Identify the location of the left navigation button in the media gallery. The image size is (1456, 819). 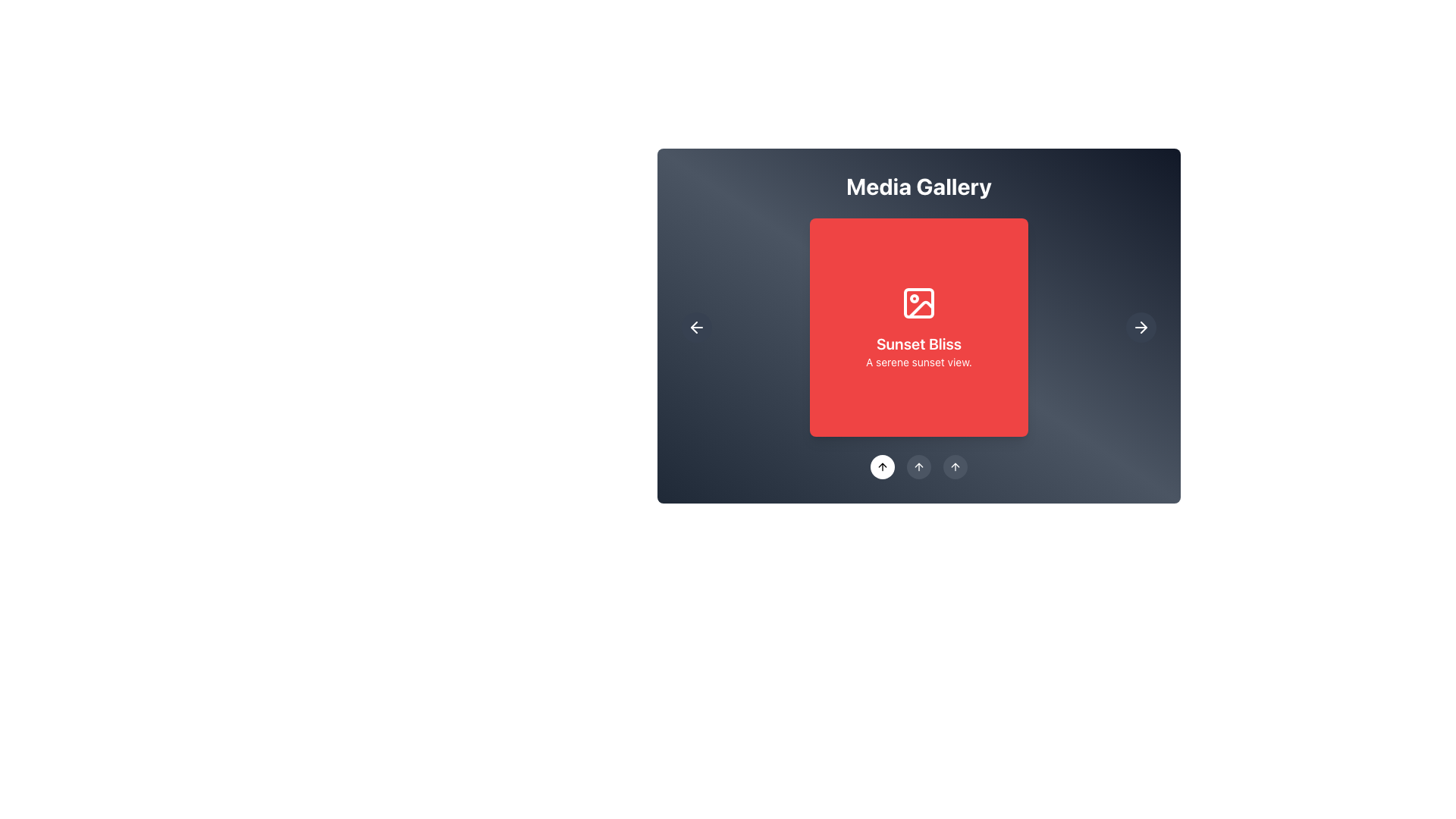
(695, 327).